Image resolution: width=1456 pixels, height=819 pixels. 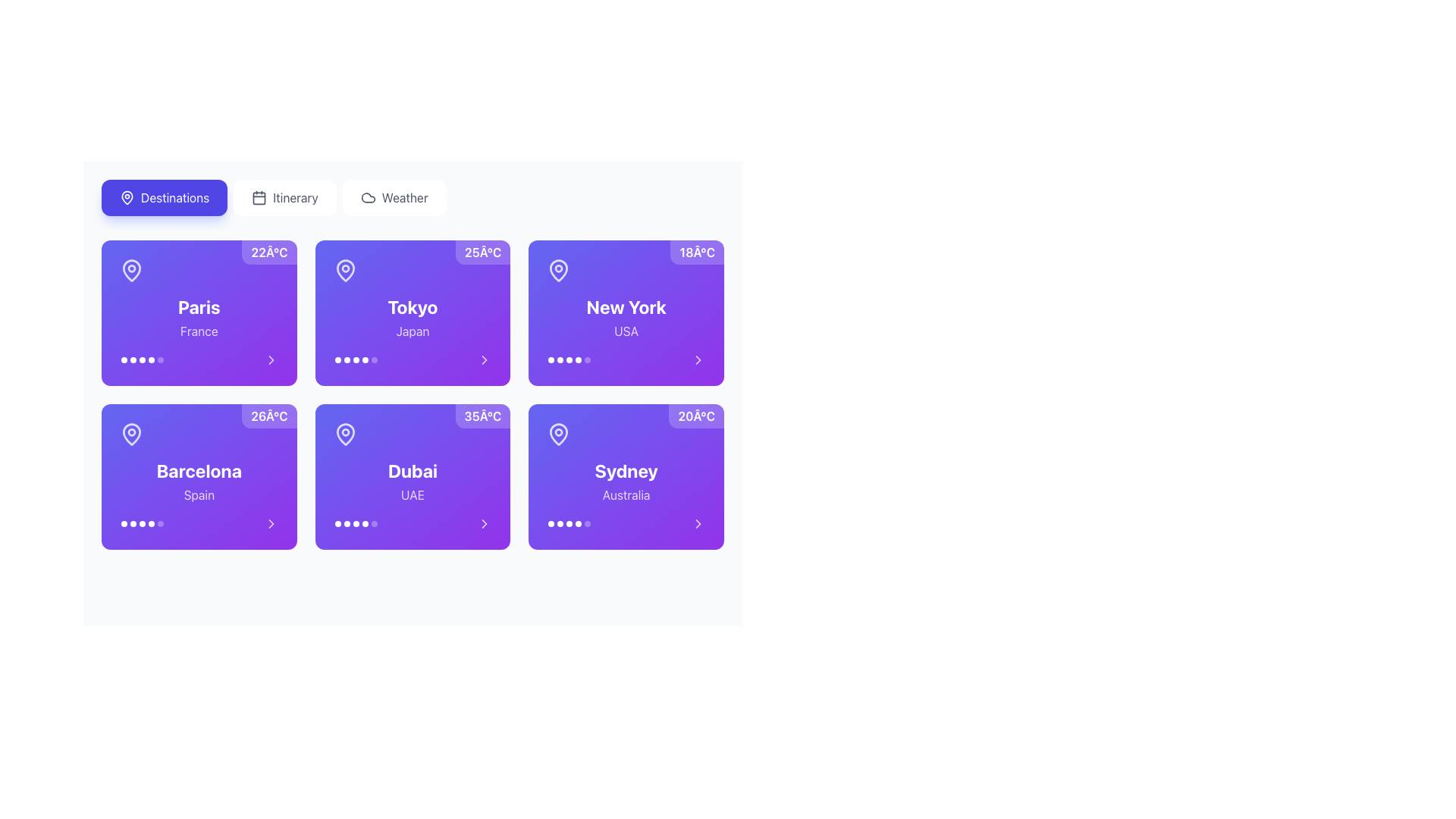 I want to click on temperature information displayed on the label showing '22°C' in the top-right corner of the Paris card, so click(x=269, y=251).